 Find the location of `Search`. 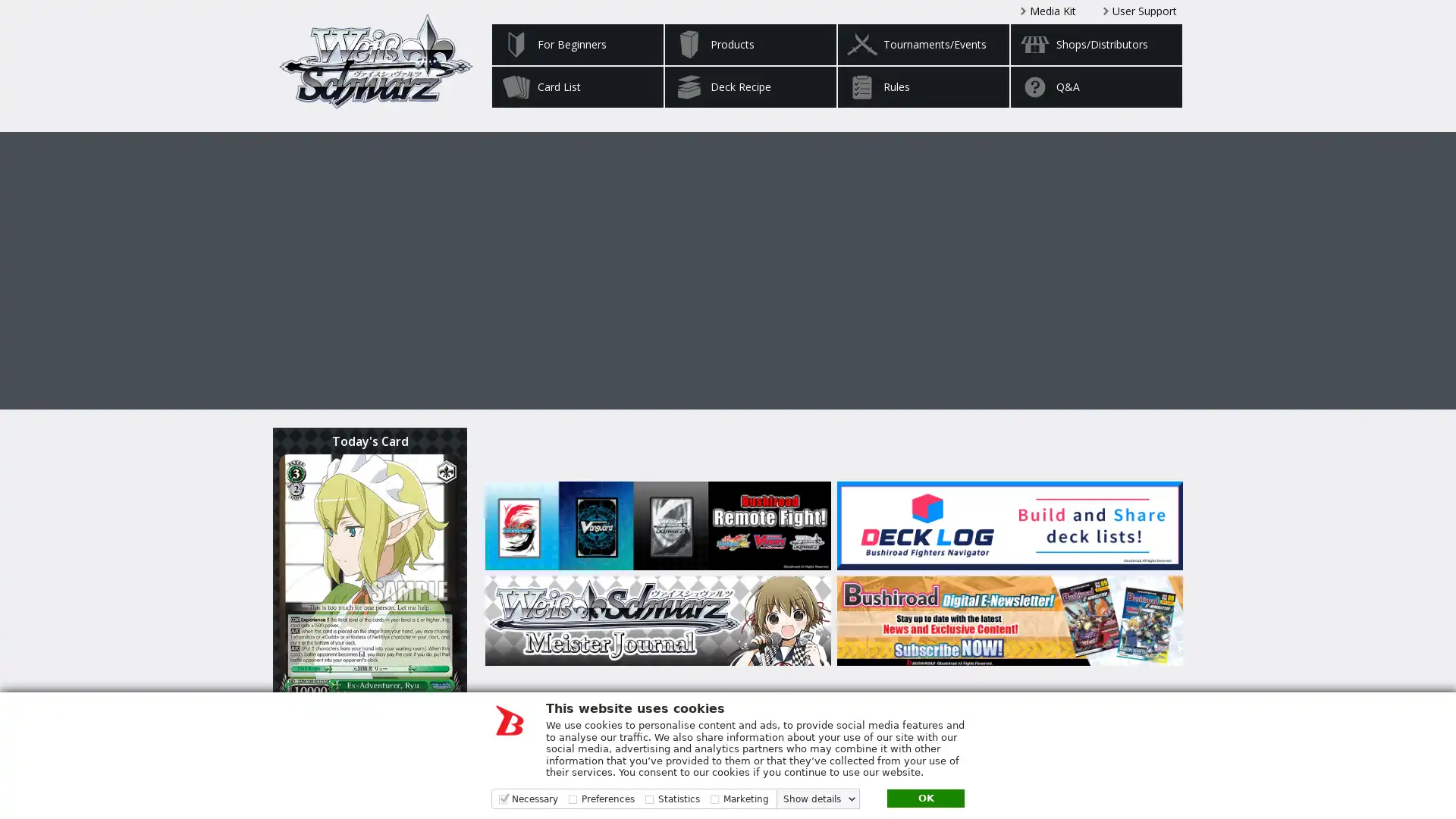

Search is located at coordinates (1150, 769).